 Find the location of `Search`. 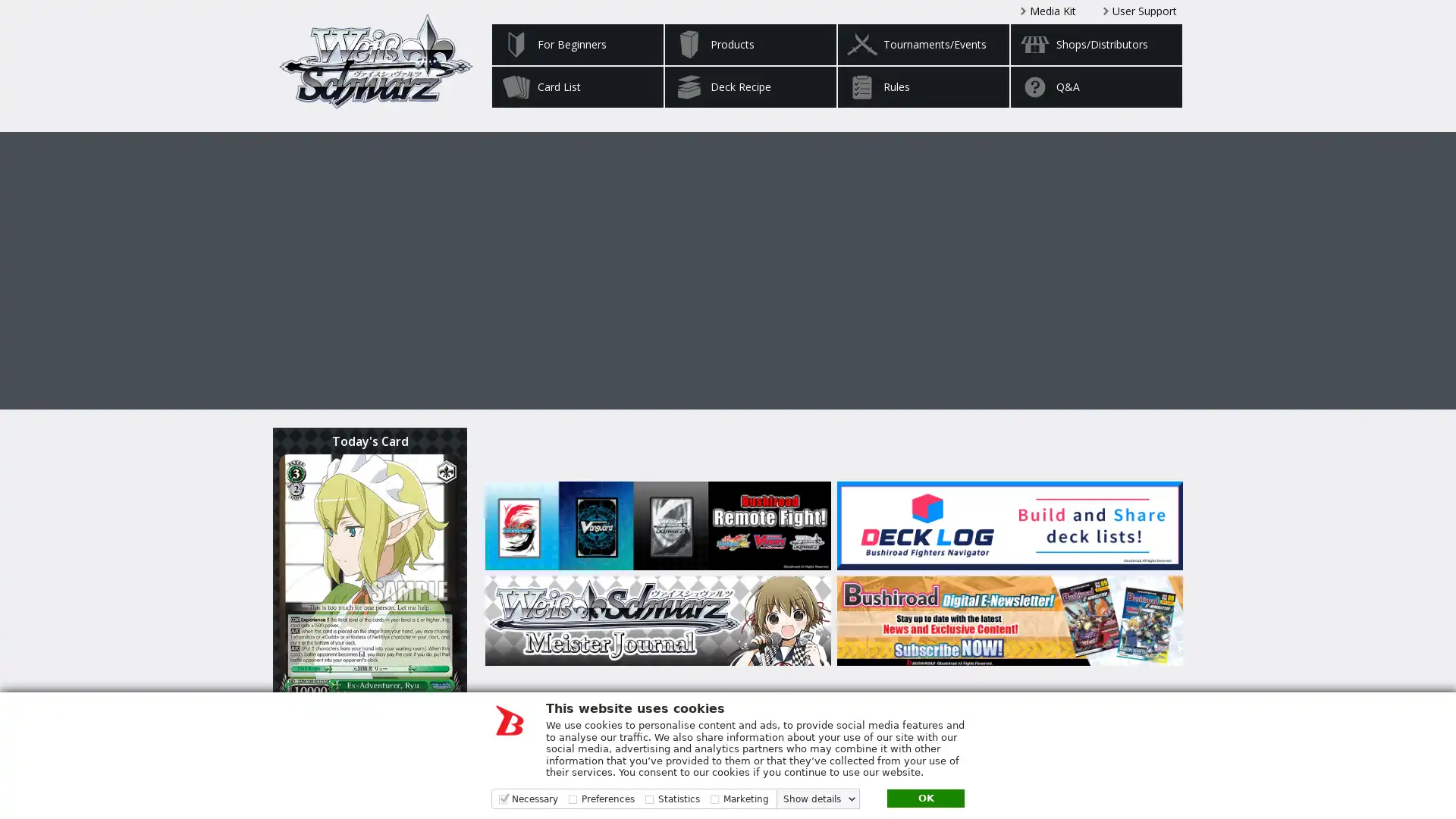

Search is located at coordinates (1150, 769).